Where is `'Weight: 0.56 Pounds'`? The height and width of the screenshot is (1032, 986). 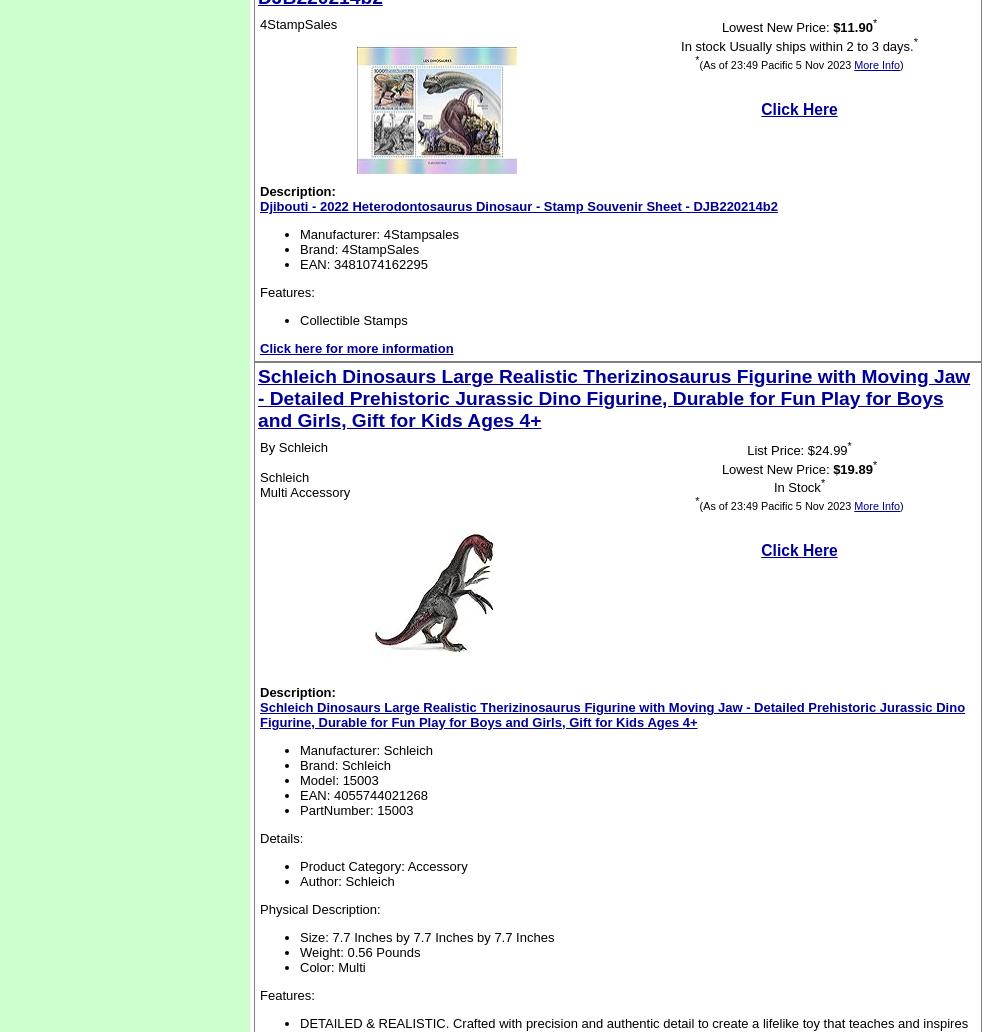 'Weight: 0.56 Pounds' is located at coordinates (358, 951).